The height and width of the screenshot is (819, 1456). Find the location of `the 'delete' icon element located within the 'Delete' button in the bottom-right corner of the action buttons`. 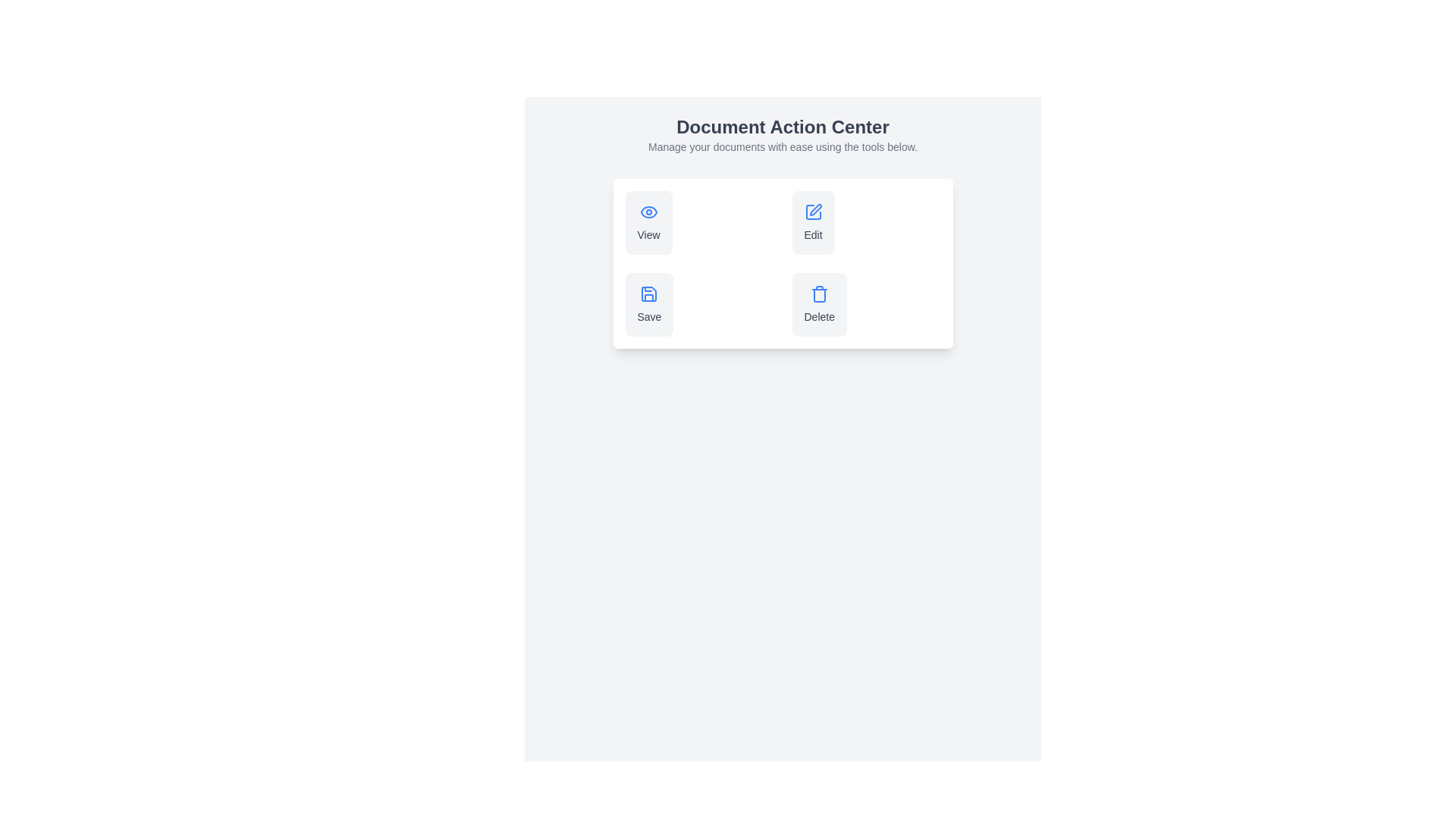

the 'delete' icon element located within the 'Delete' button in the bottom-right corner of the action buttons is located at coordinates (818, 295).